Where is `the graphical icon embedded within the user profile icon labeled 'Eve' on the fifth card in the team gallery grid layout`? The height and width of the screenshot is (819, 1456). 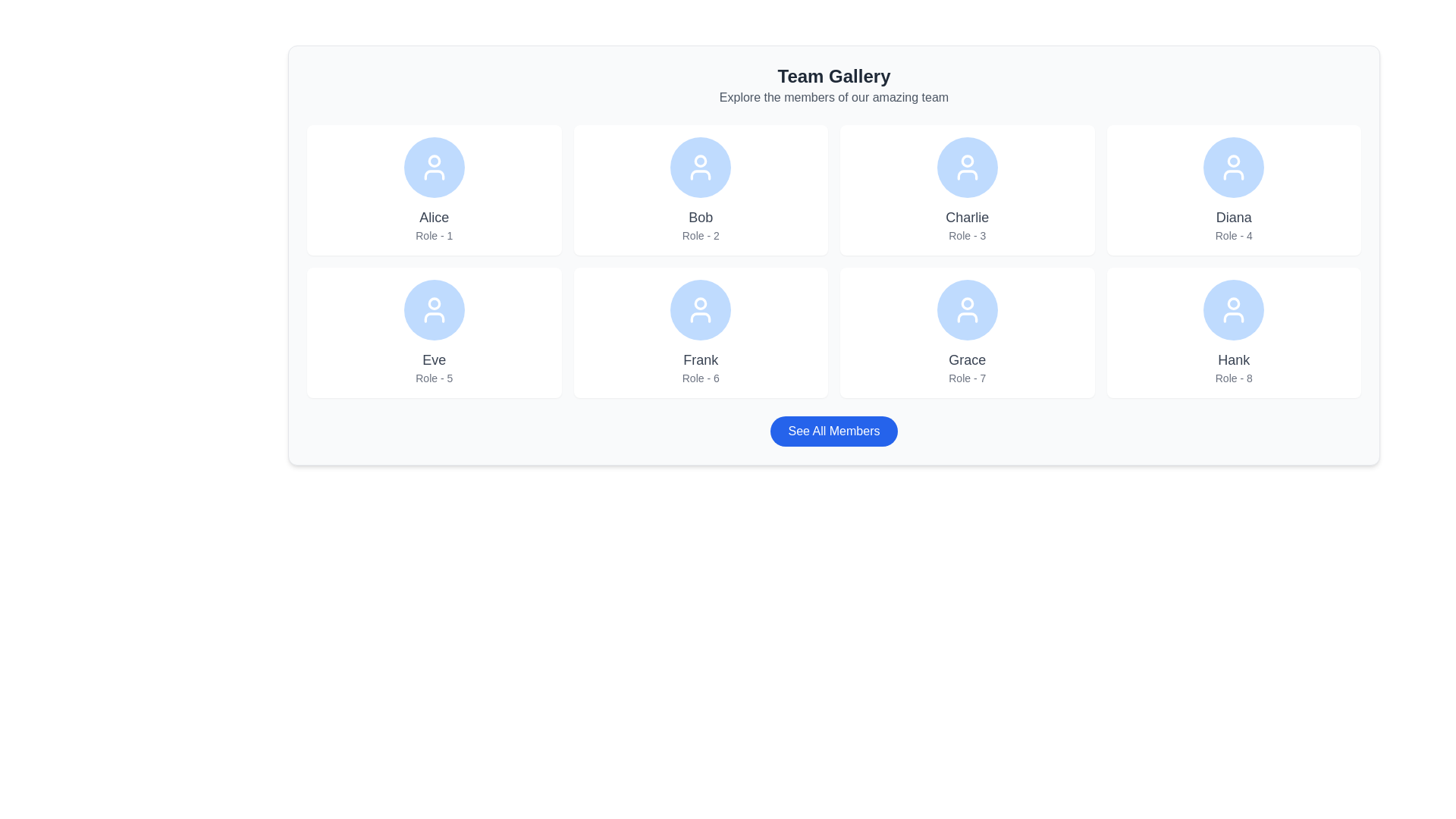 the graphical icon embedded within the user profile icon labeled 'Eve' on the fifth card in the team gallery grid layout is located at coordinates (433, 303).